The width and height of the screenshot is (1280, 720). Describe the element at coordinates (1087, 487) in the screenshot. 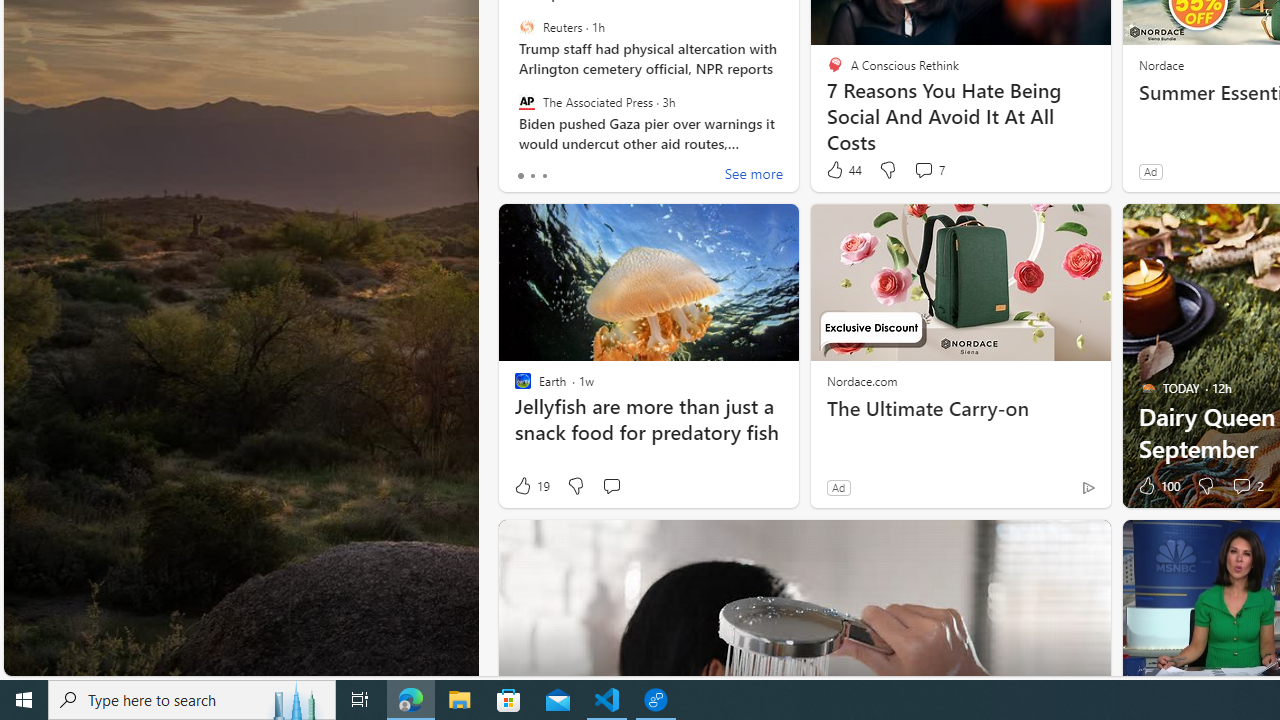

I see `'Ad Choice'` at that location.